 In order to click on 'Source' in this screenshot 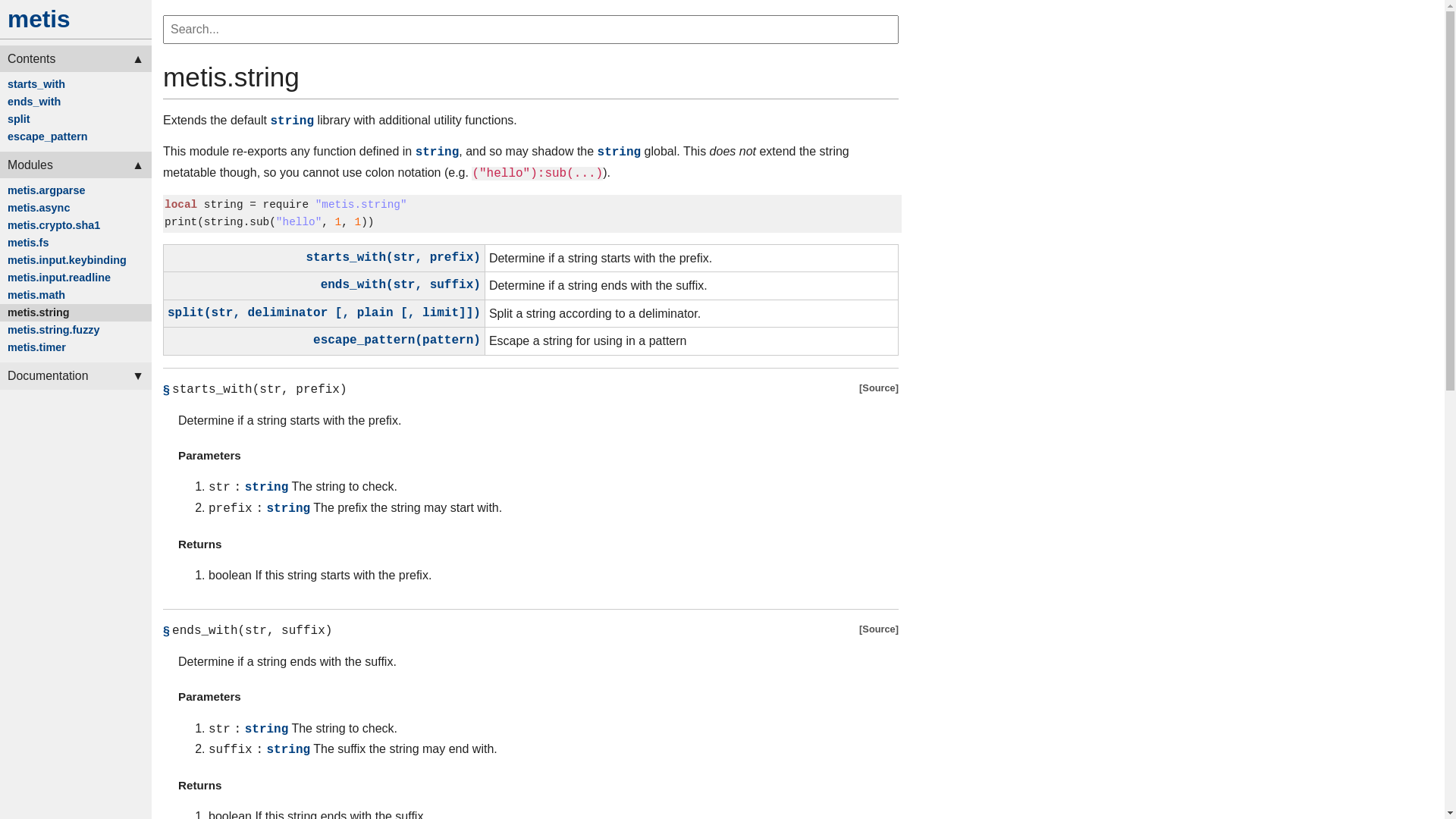, I will do `click(858, 632)`.